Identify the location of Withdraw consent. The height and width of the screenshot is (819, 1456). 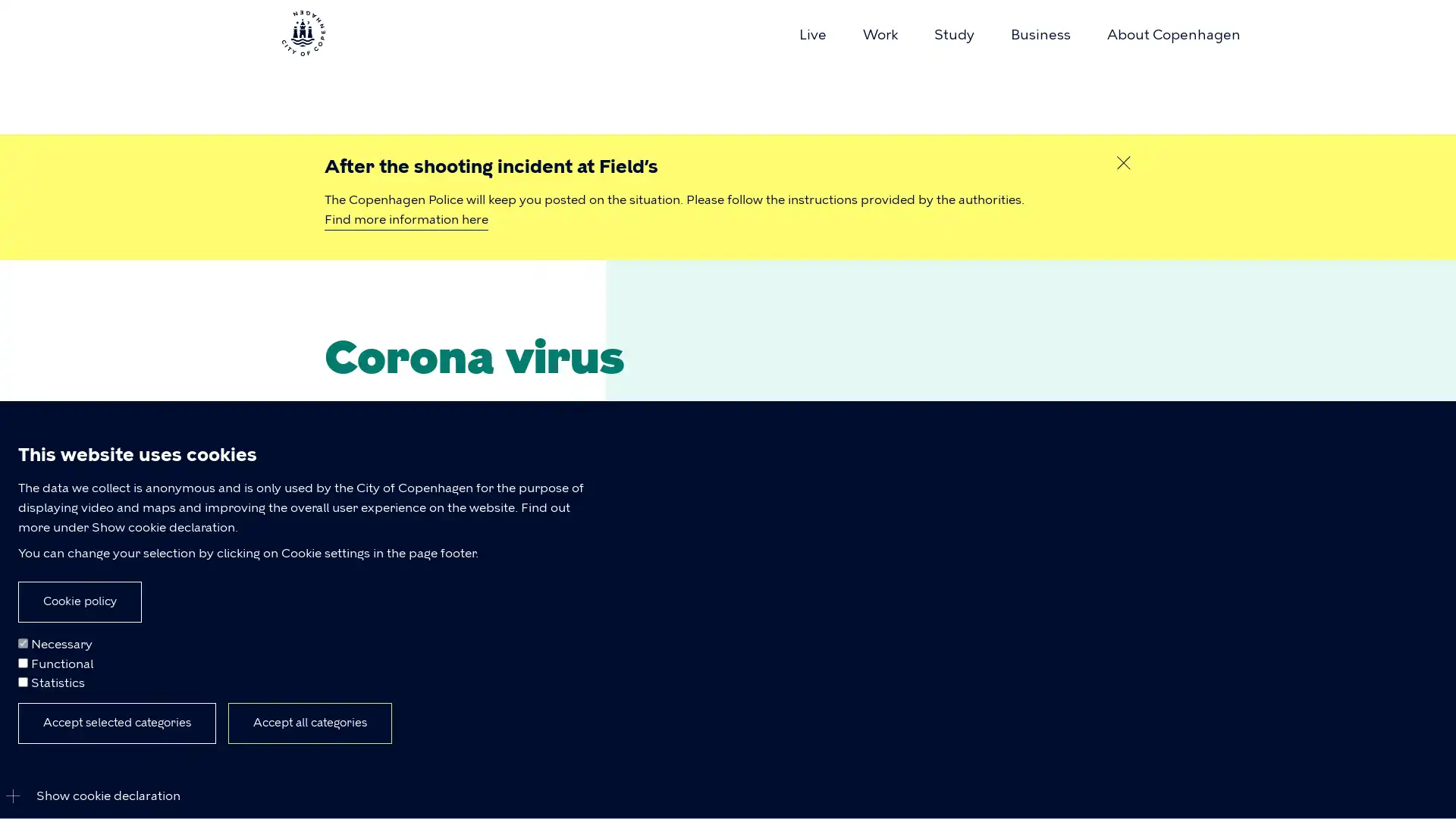
(253, 730).